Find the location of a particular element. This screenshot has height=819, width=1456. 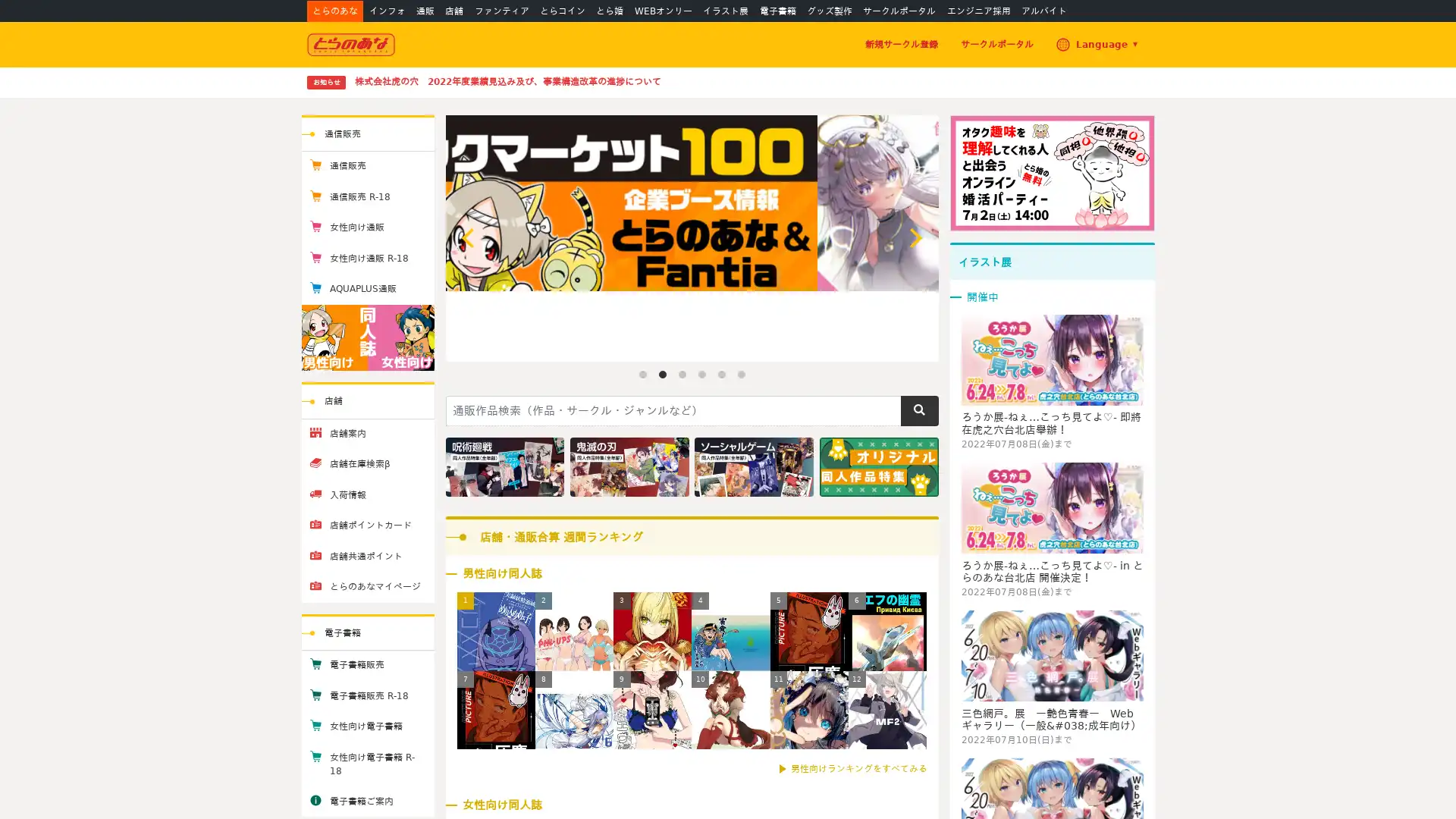

Next is located at coordinates (912, 237).